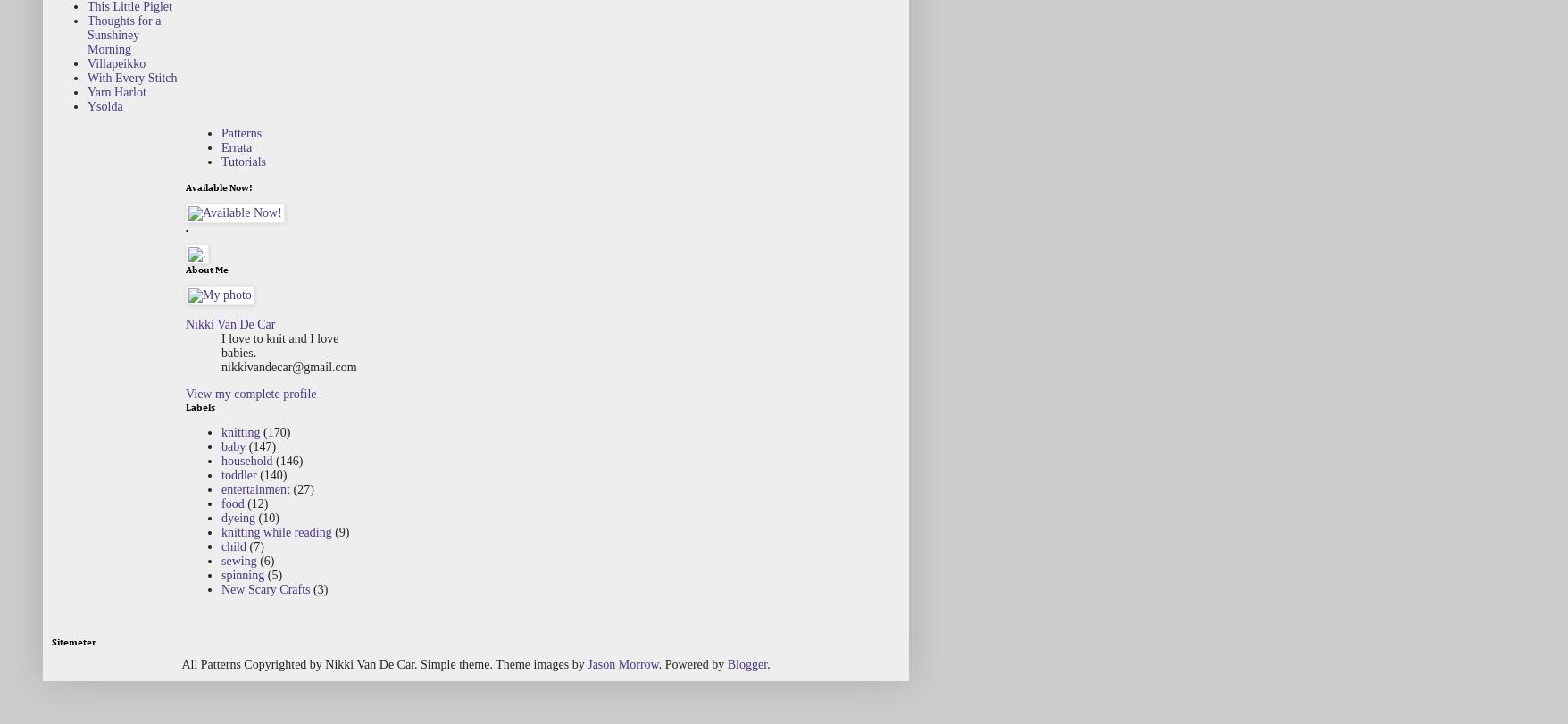 Image resolution: width=1568 pixels, height=724 pixels. I want to click on 'child', so click(221, 545).